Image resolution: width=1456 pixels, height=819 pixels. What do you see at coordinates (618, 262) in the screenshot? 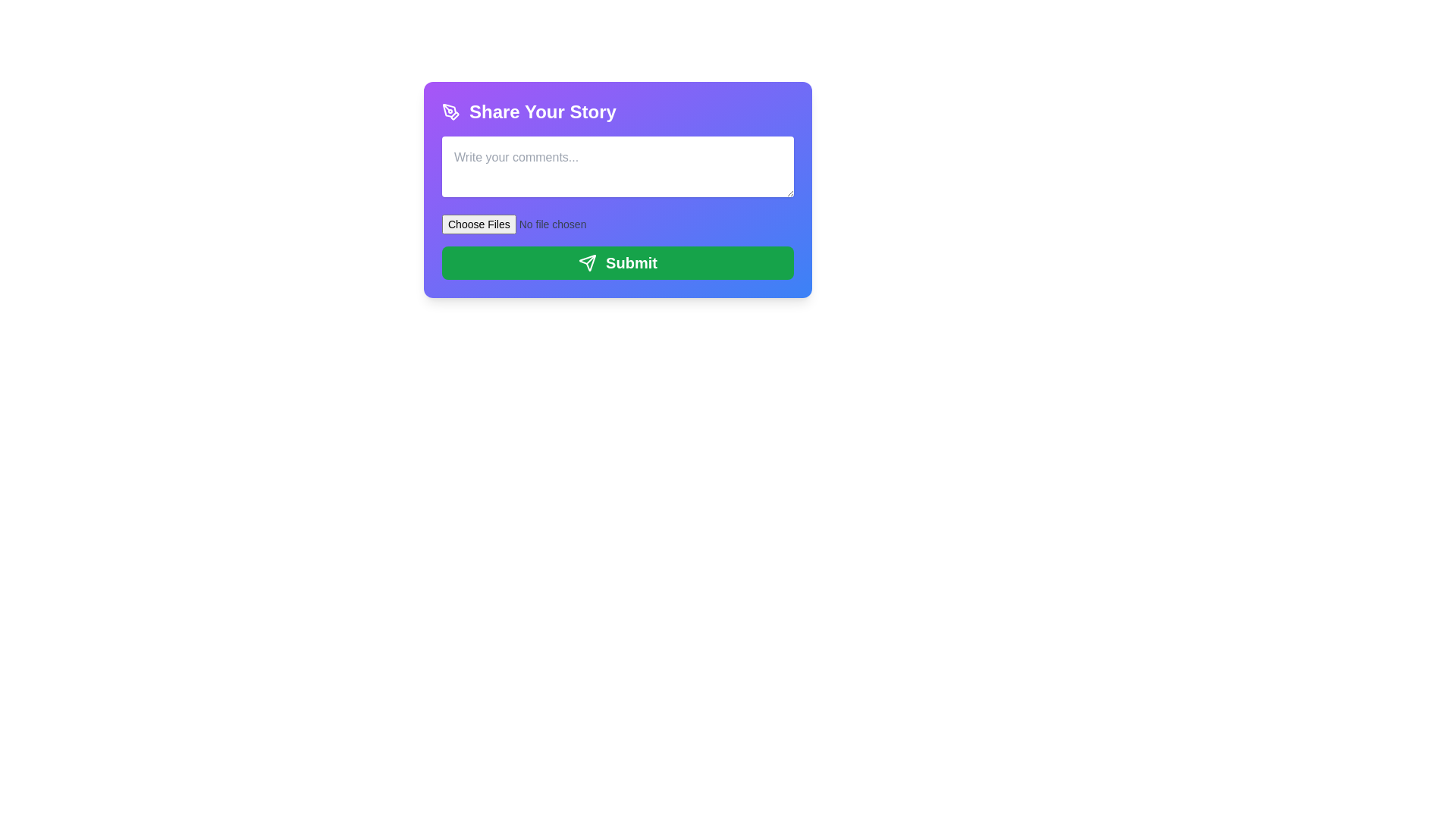
I see `the submit button located at the bottom of the card with a purple-to-blue gradient background` at bounding box center [618, 262].